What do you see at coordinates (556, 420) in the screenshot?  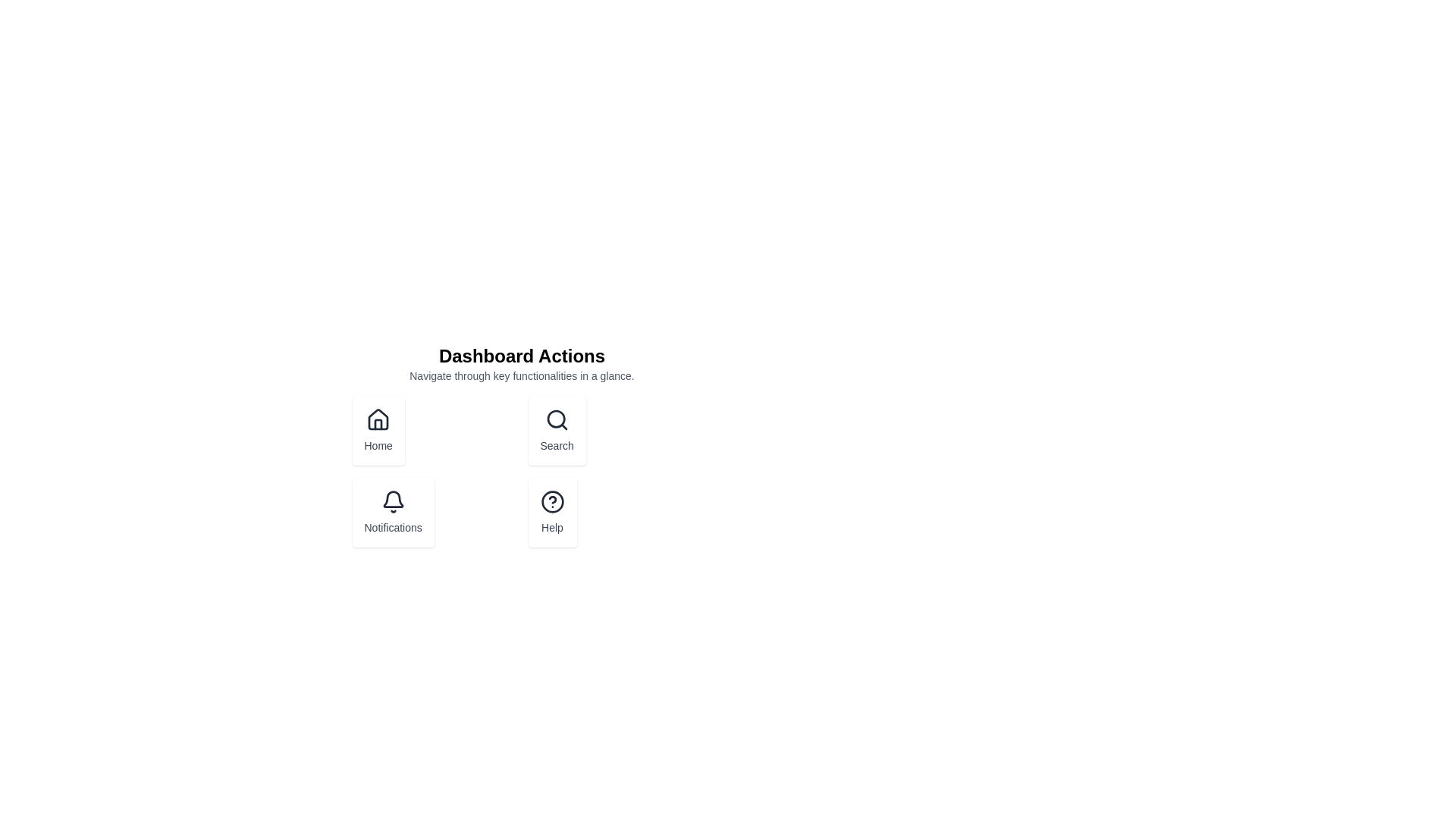 I see `the magnifying glass icon within the 'Search' button located in the 'Dashboard Actions' section` at bounding box center [556, 420].